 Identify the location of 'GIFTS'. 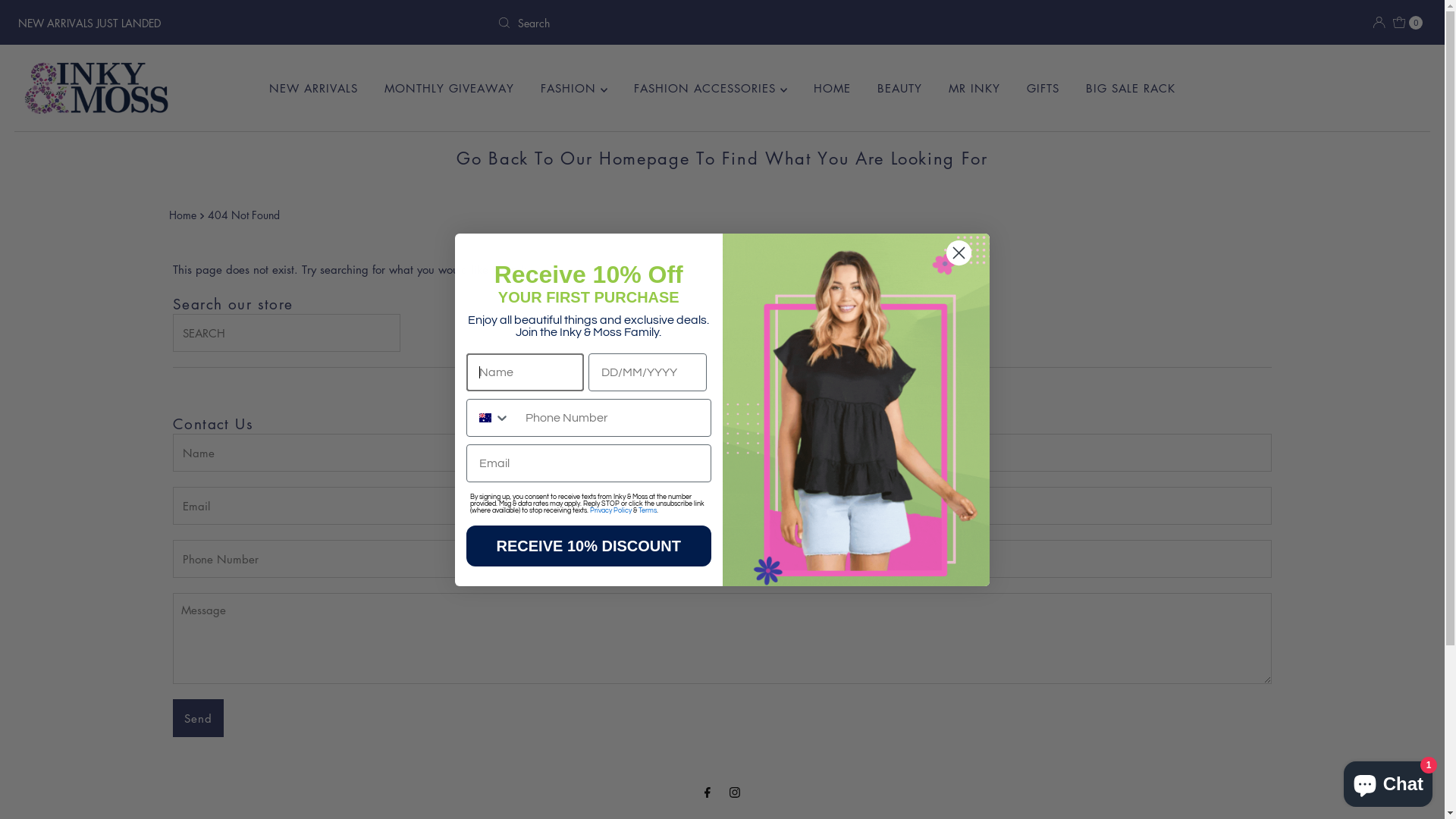
(1042, 87).